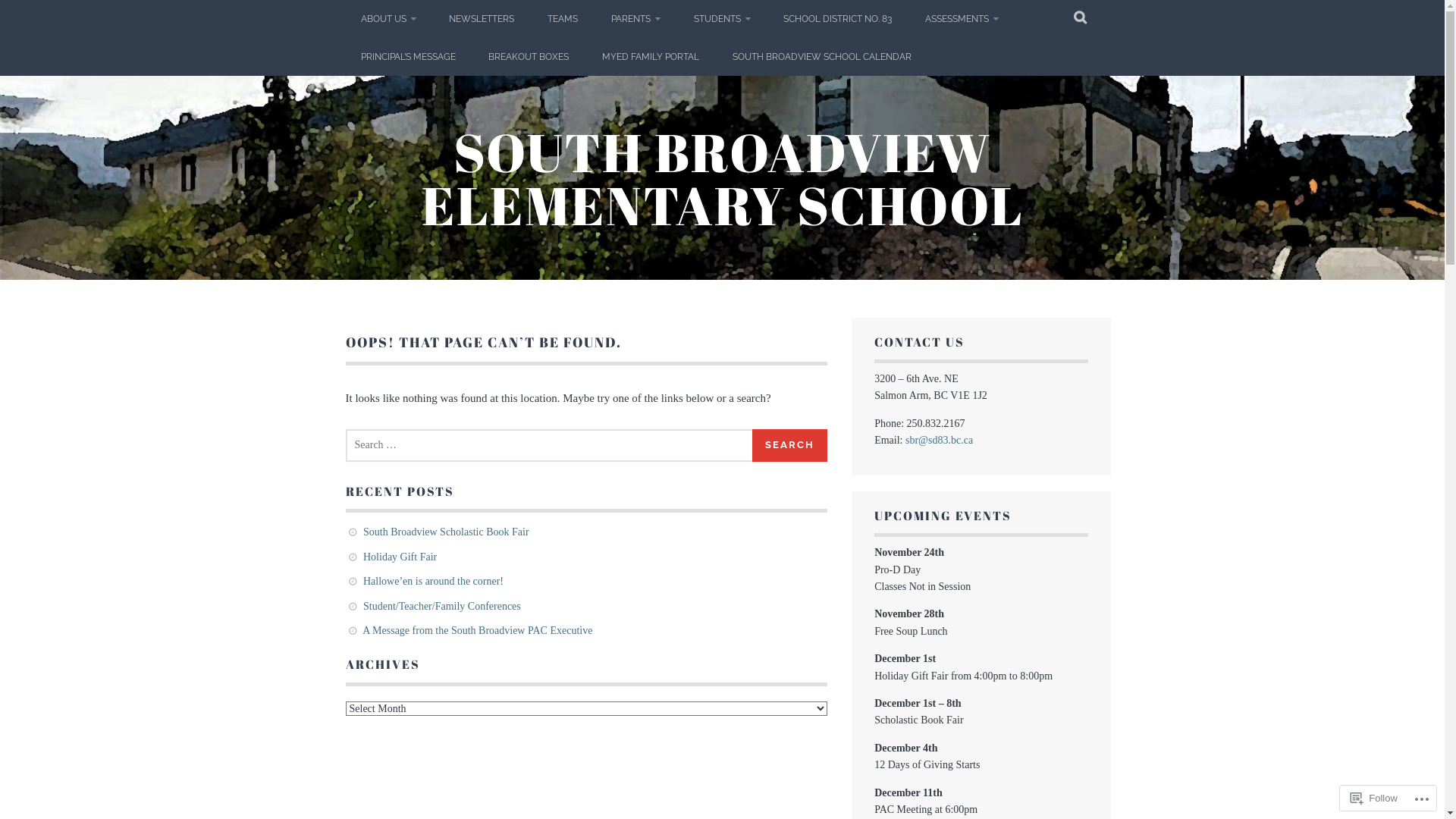 This screenshot has height=819, width=1456. What do you see at coordinates (432, 18) in the screenshot?
I see `'NEWSLETTERS'` at bounding box center [432, 18].